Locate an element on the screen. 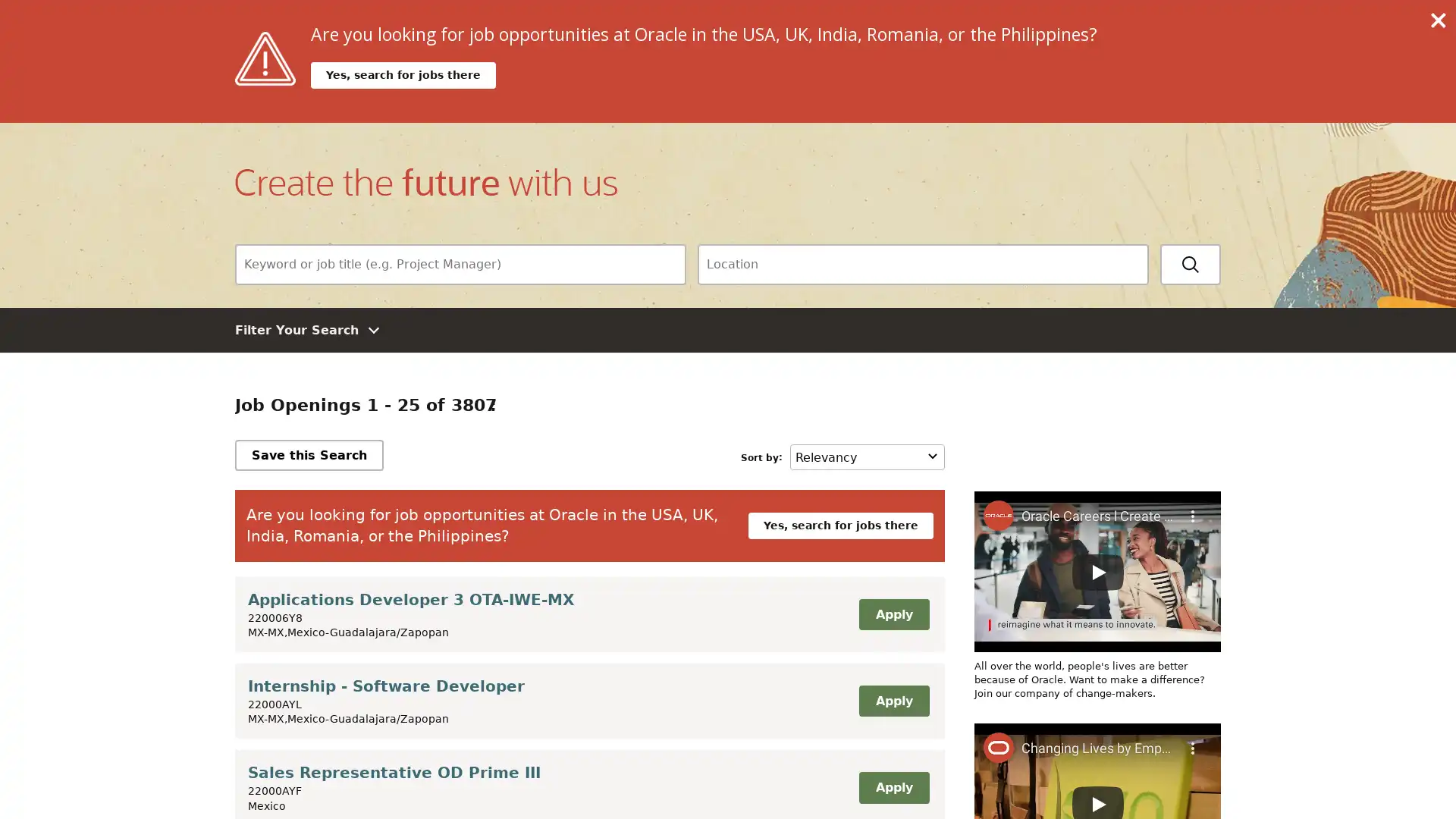 The image size is (1456, 819). Apply is located at coordinates (894, 786).